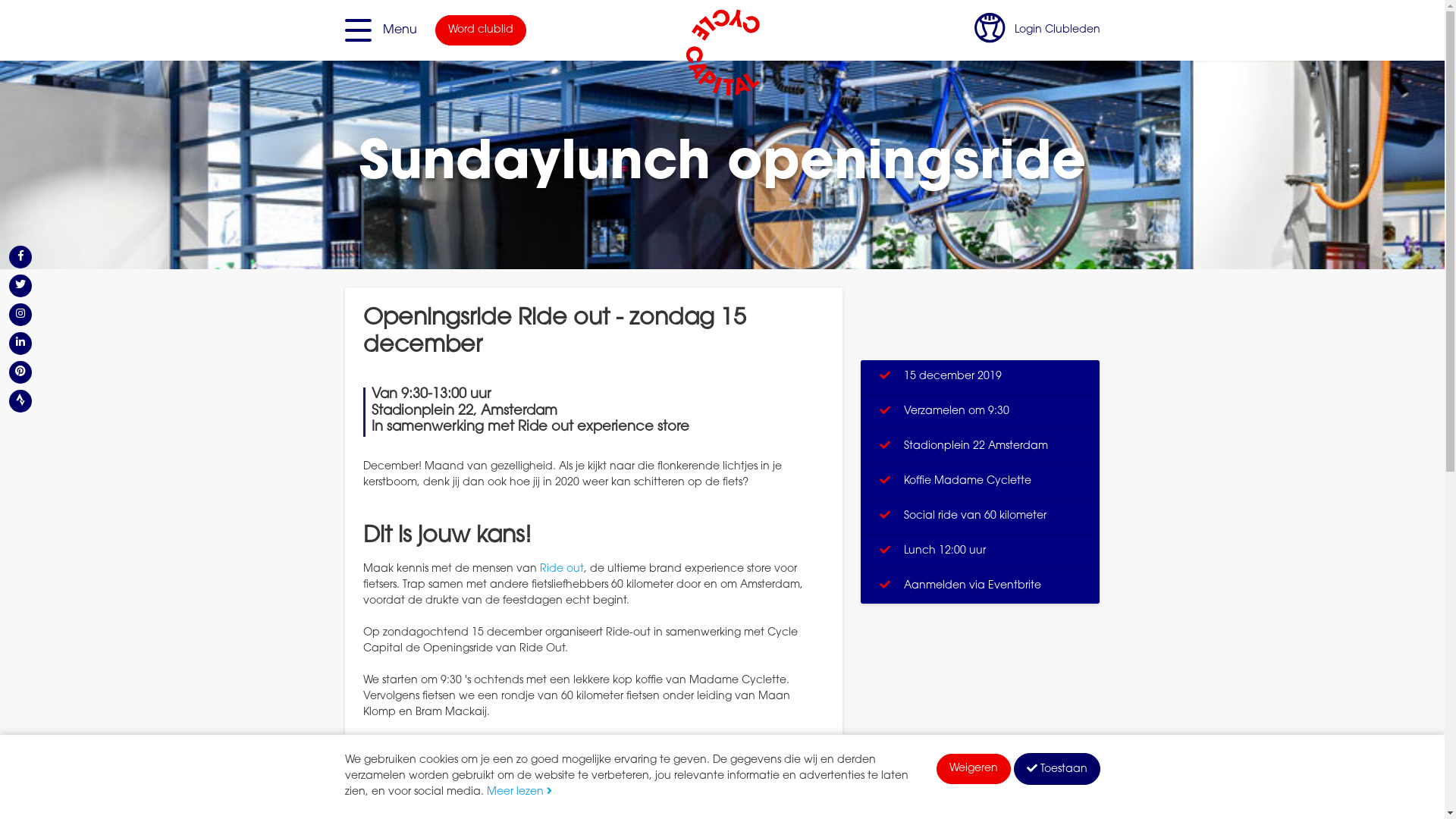 This screenshot has height=819, width=1456. I want to click on 'Menu', so click(380, 30).